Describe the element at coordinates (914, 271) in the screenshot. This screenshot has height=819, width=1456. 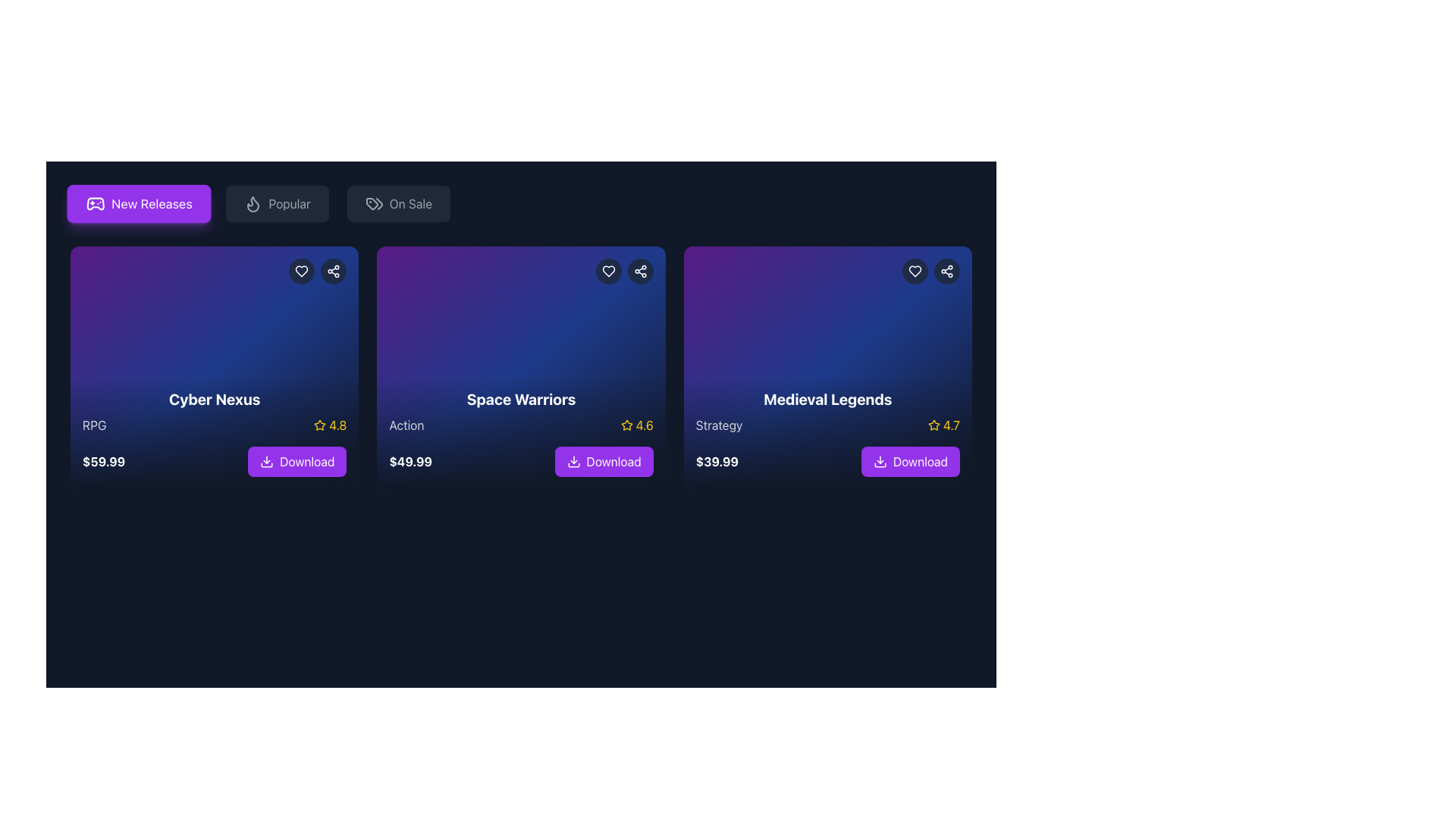
I see `the 'like' or 'favorite' button with an icon located in the top-right corner of the 'Medieval Legends' card to indicate preference for the related content` at that location.